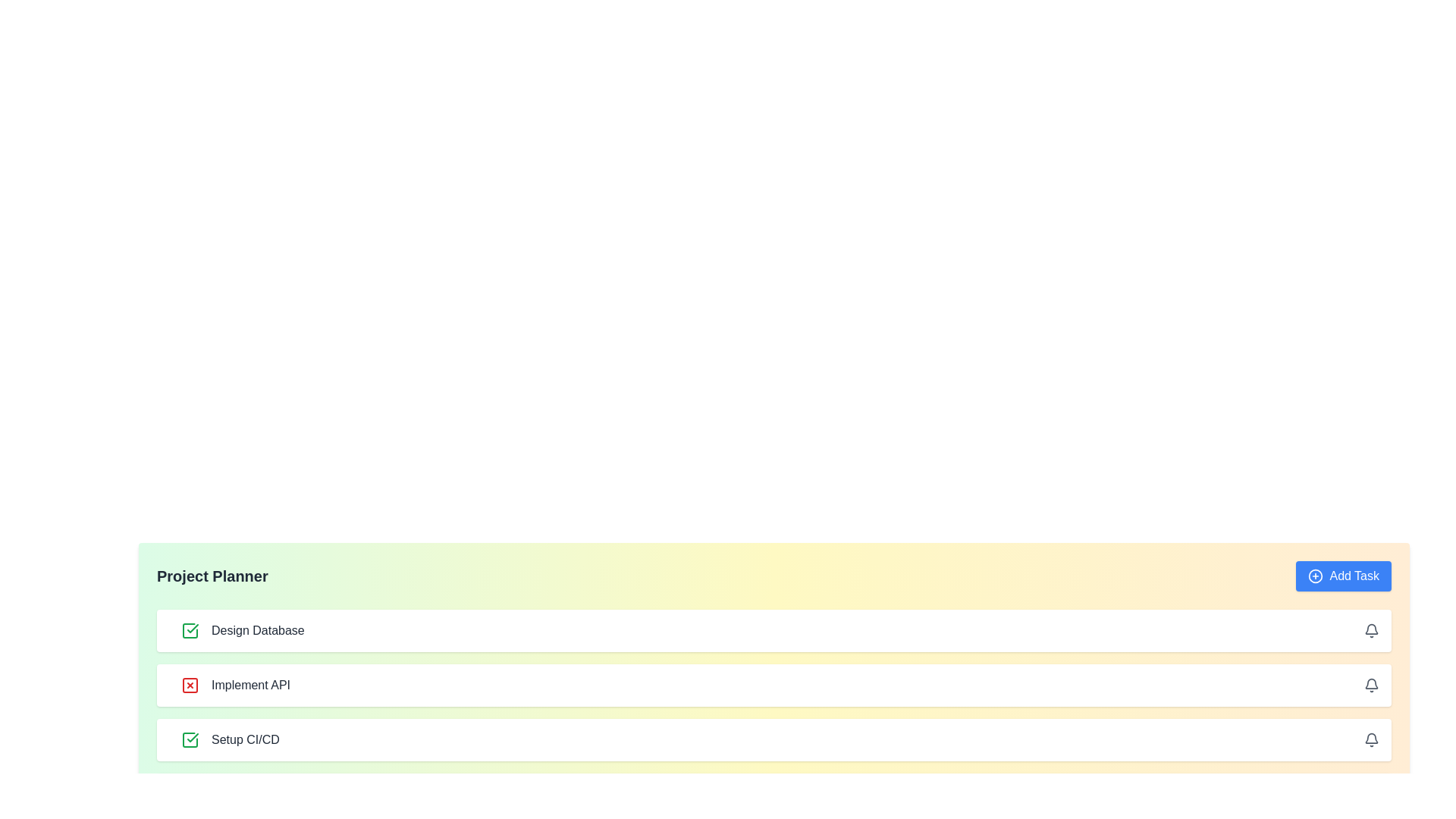  I want to click on the 'Add Task' button to add a new task, so click(1343, 576).